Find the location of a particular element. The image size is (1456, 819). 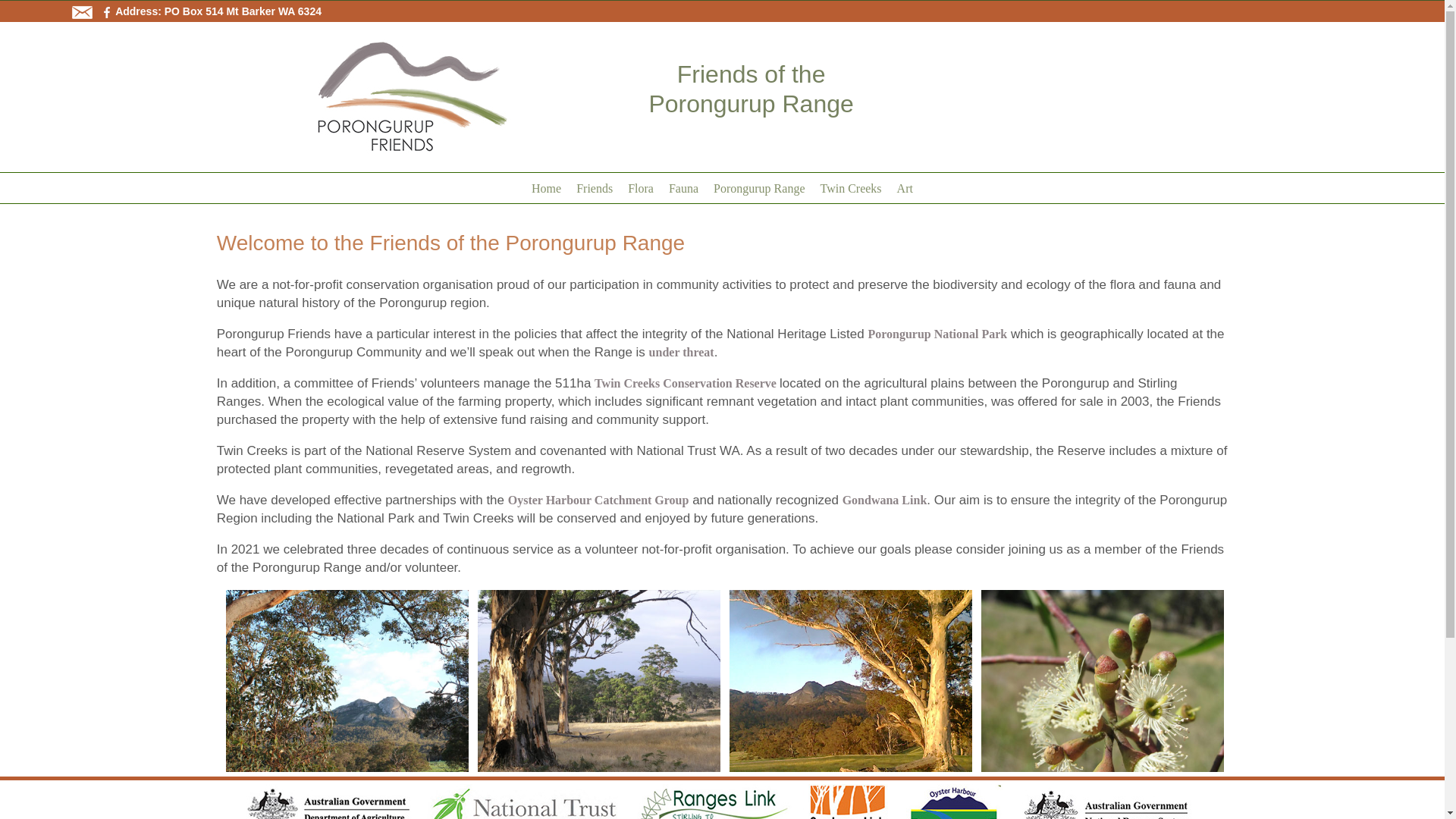

'Oyster Harbour Catchment Group' is located at coordinates (598, 500).